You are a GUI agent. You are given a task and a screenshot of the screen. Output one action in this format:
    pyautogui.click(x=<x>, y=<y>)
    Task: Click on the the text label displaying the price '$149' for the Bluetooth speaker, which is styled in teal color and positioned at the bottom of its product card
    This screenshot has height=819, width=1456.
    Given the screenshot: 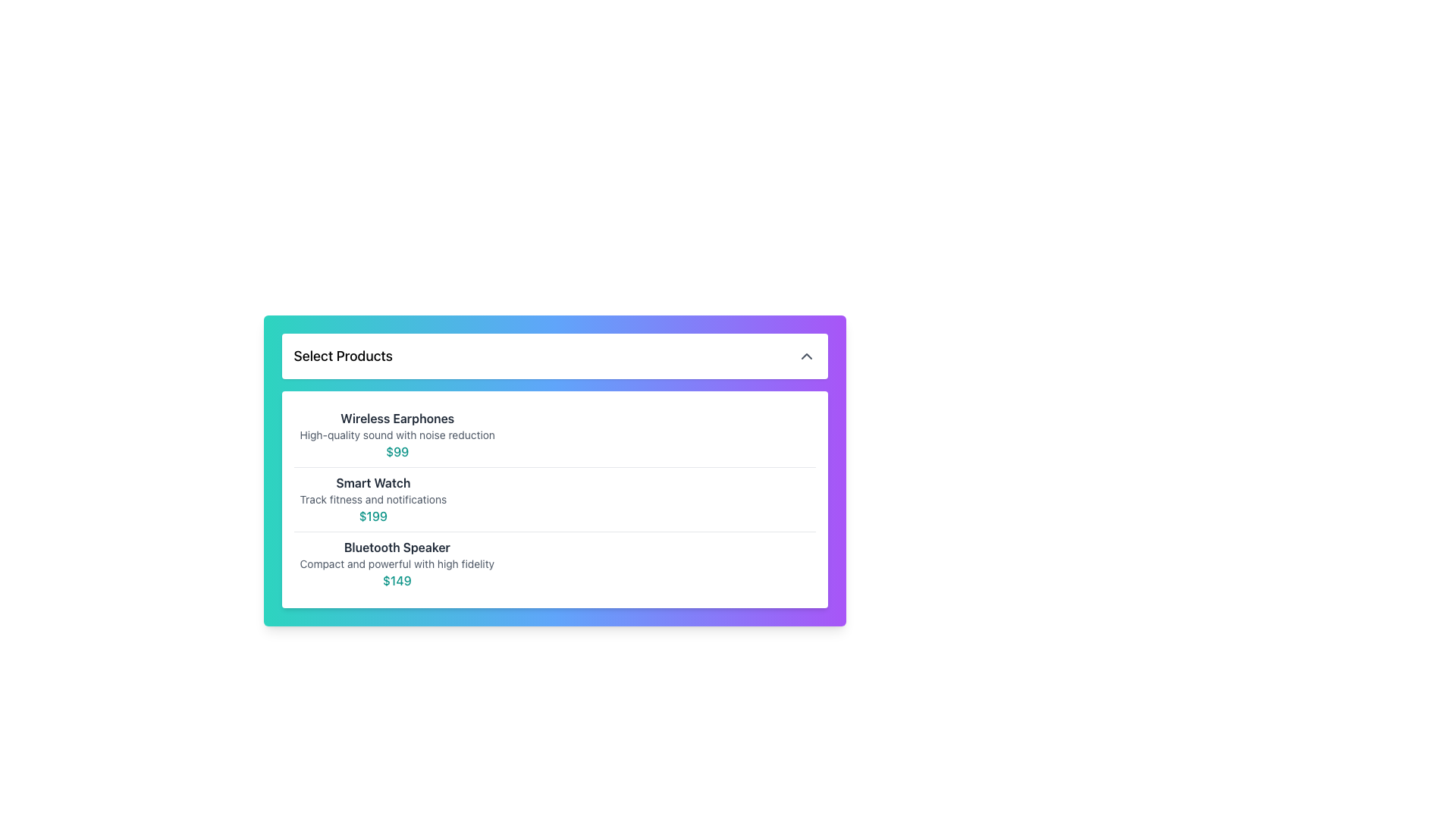 What is the action you would take?
    pyautogui.click(x=397, y=580)
    